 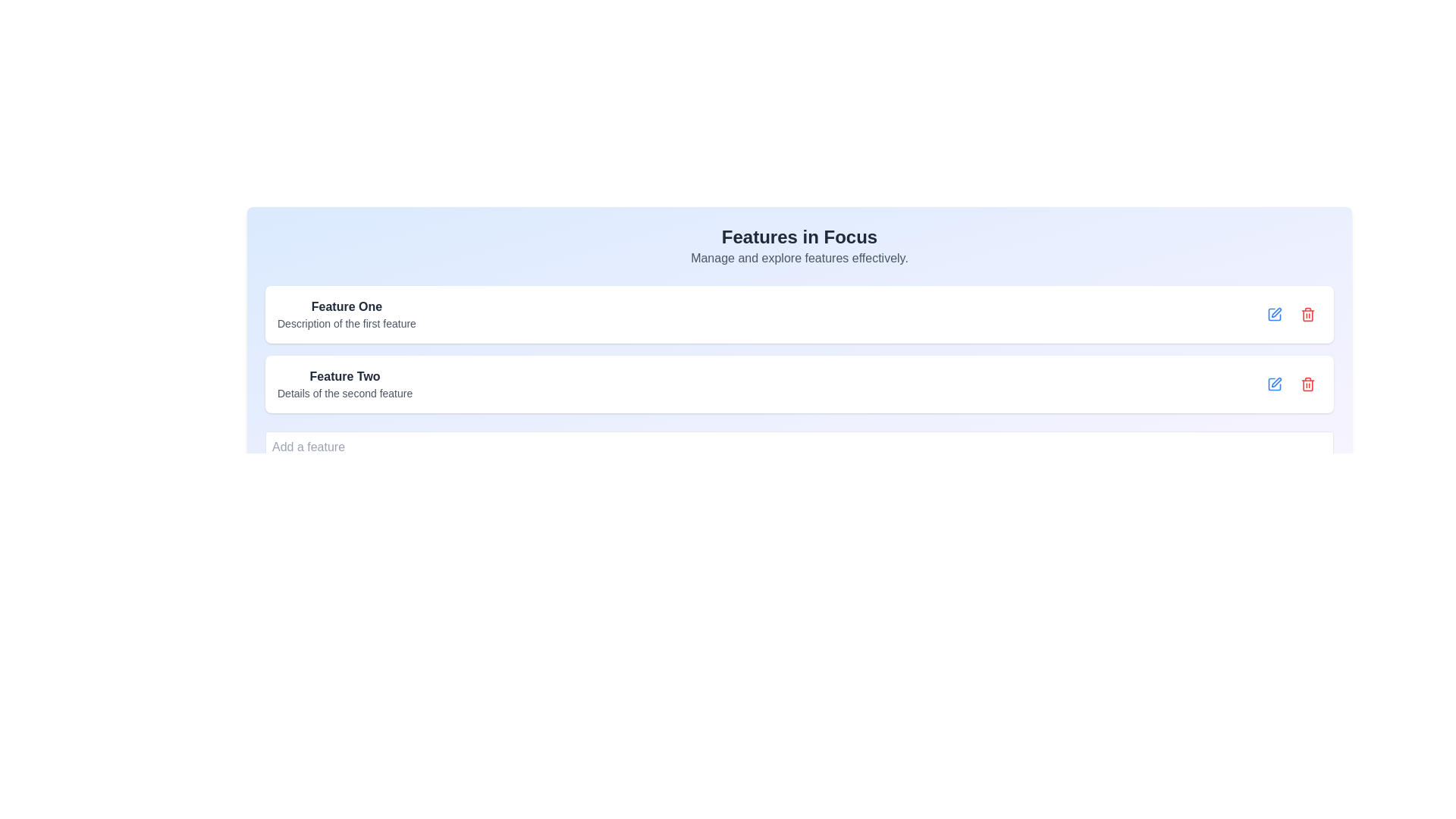 I want to click on the horizontal action button group containing the blue edit icon and the red delete icon located at the right end of the row labeled 'Feature Two', so click(x=1291, y=383).